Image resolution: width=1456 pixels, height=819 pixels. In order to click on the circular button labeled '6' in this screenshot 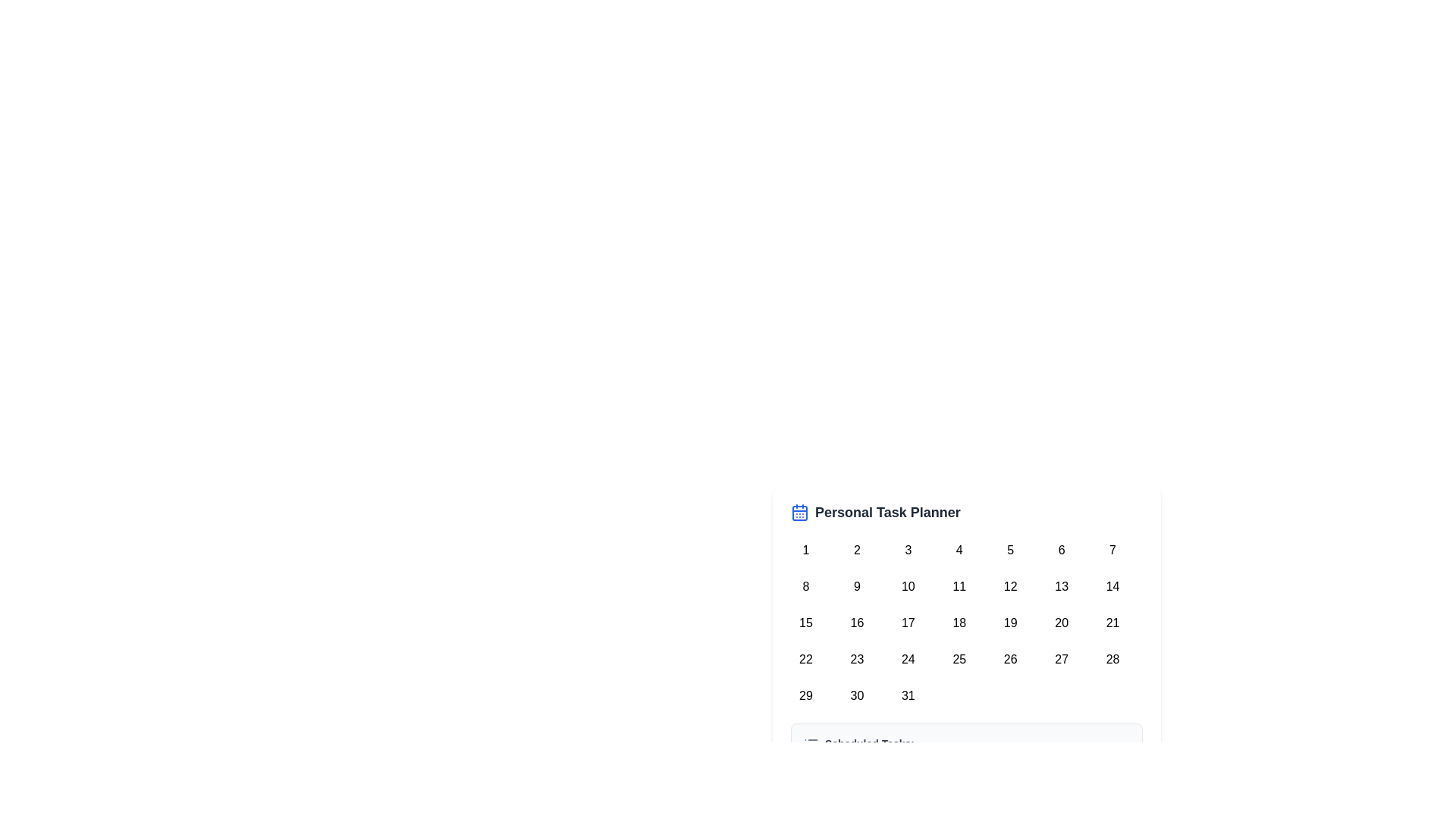, I will do `click(1061, 550)`.